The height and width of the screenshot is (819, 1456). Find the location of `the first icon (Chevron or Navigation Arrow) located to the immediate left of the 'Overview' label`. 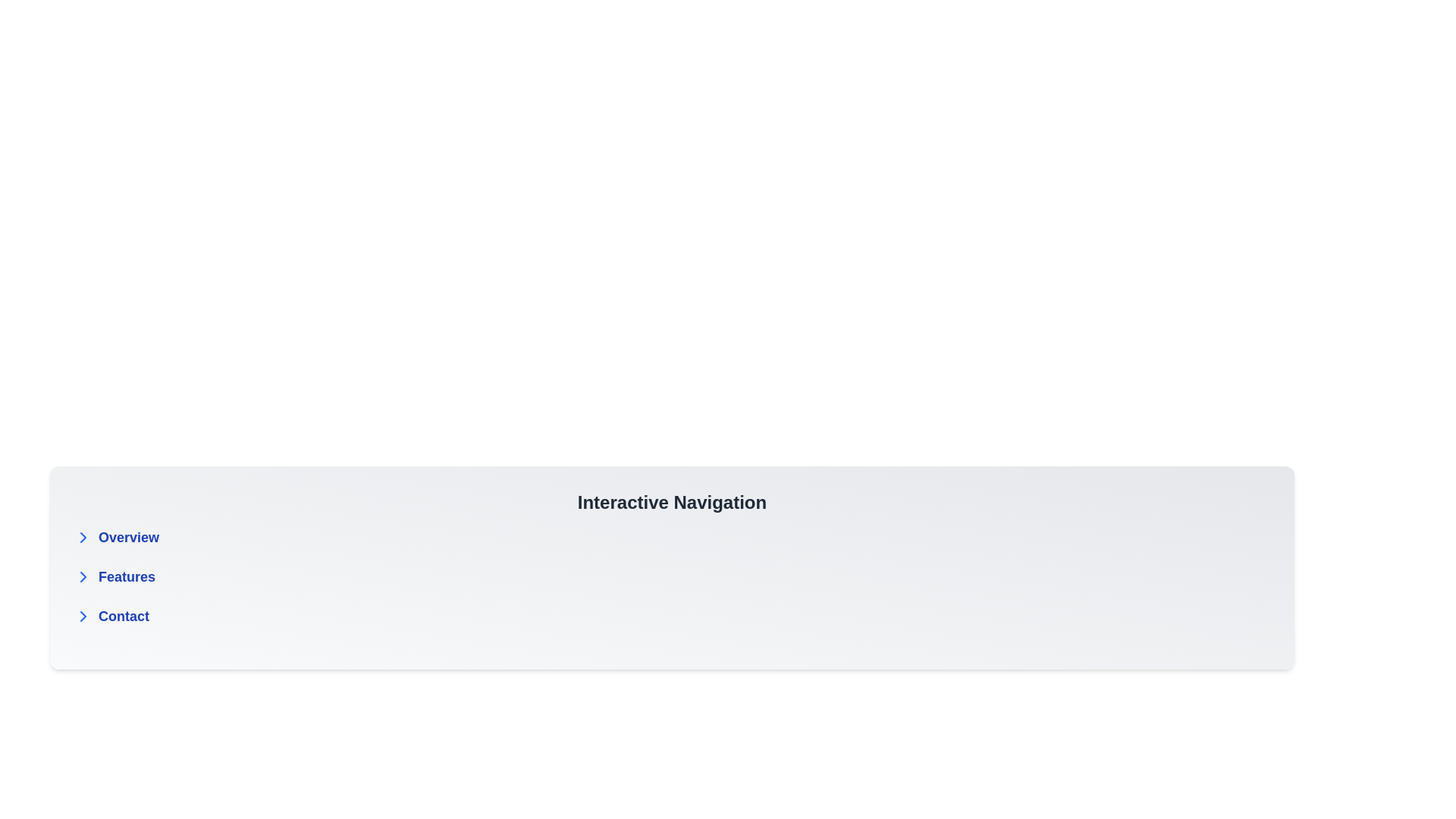

the first icon (Chevron or Navigation Arrow) located to the immediate left of the 'Overview' label is located at coordinates (83, 537).